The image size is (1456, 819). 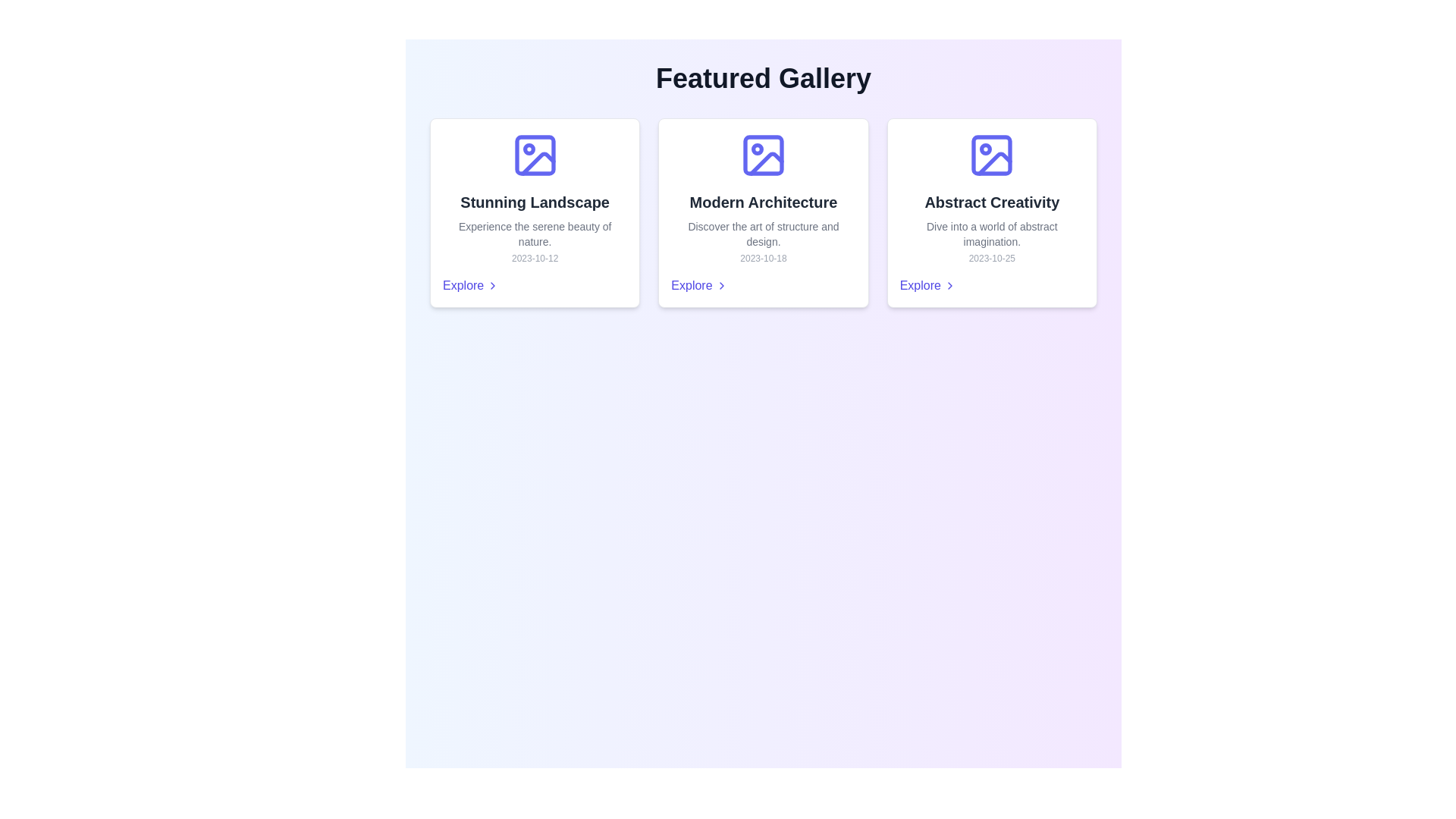 I want to click on the visual state of the next action icon located adjacent to the 'Explore' text in the leftmost card of the gallery, so click(x=493, y=286).